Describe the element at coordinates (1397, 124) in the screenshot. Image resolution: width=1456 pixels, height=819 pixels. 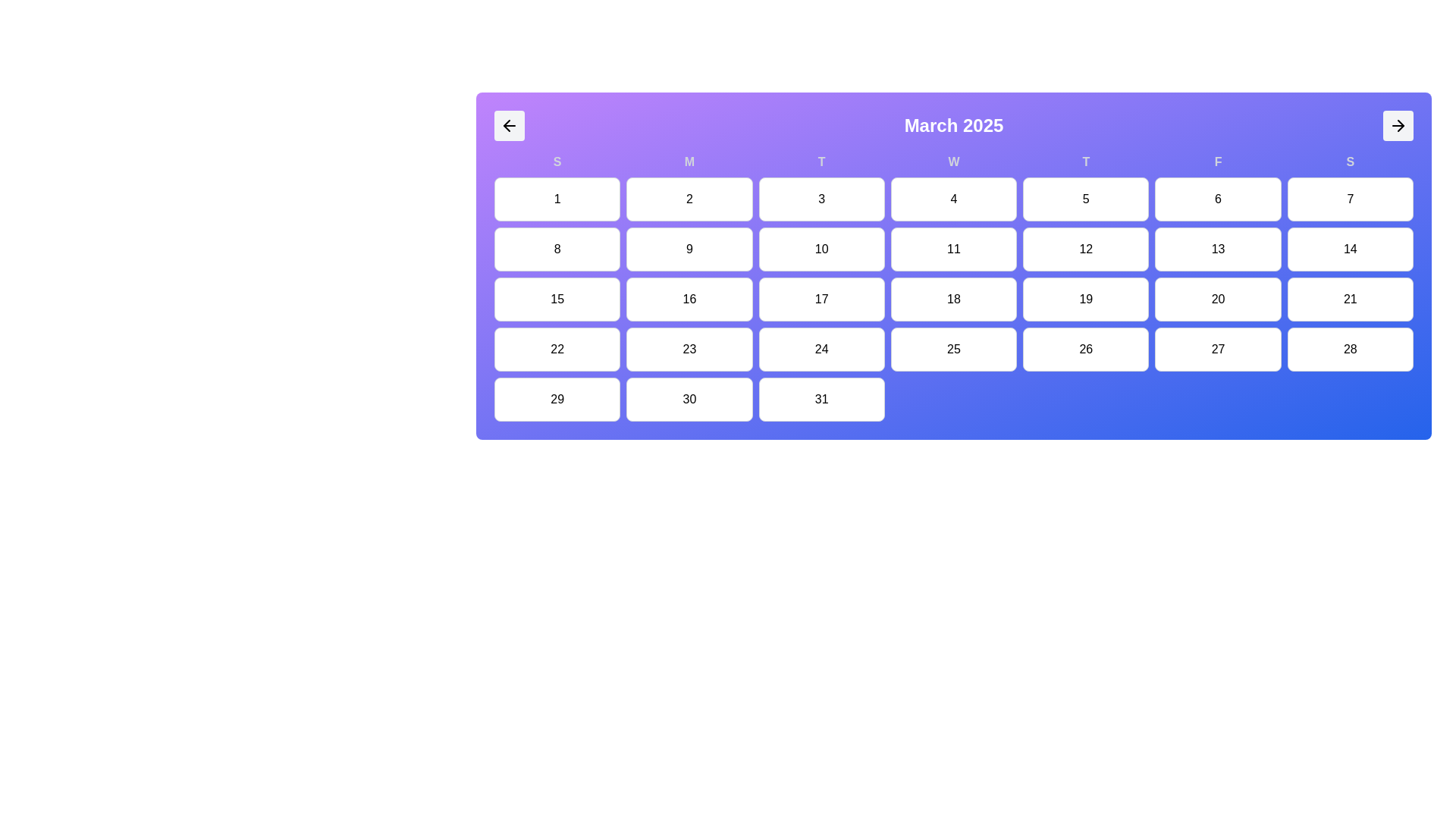
I see `the right-facing arrow button located at the extreme right of the 'March 2025' navigation bar` at that location.